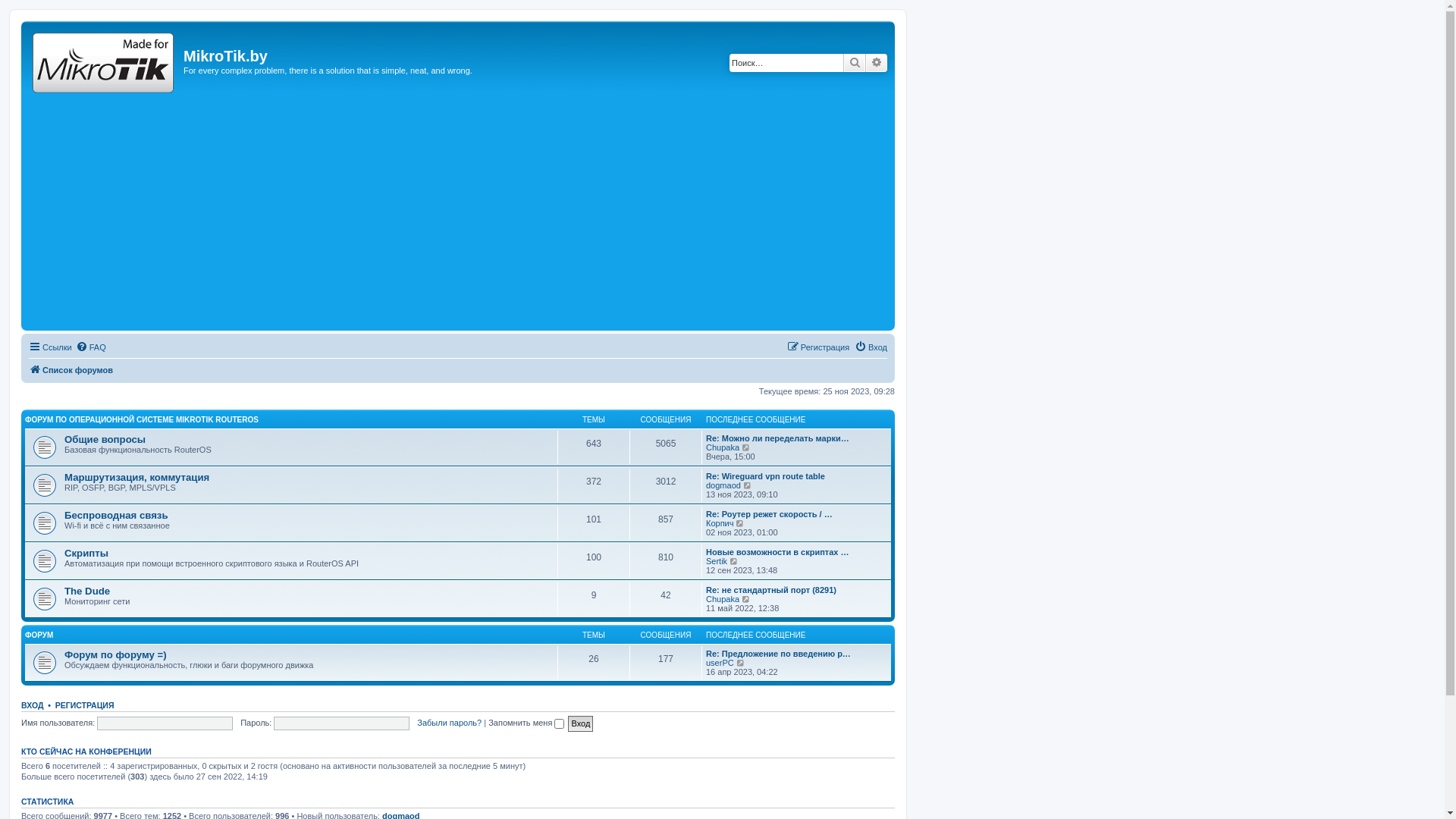 This screenshot has width=1456, height=819. Describe the element at coordinates (765, 475) in the screenshot. I see `'Re: Wireguard vpn route table'` at that location.